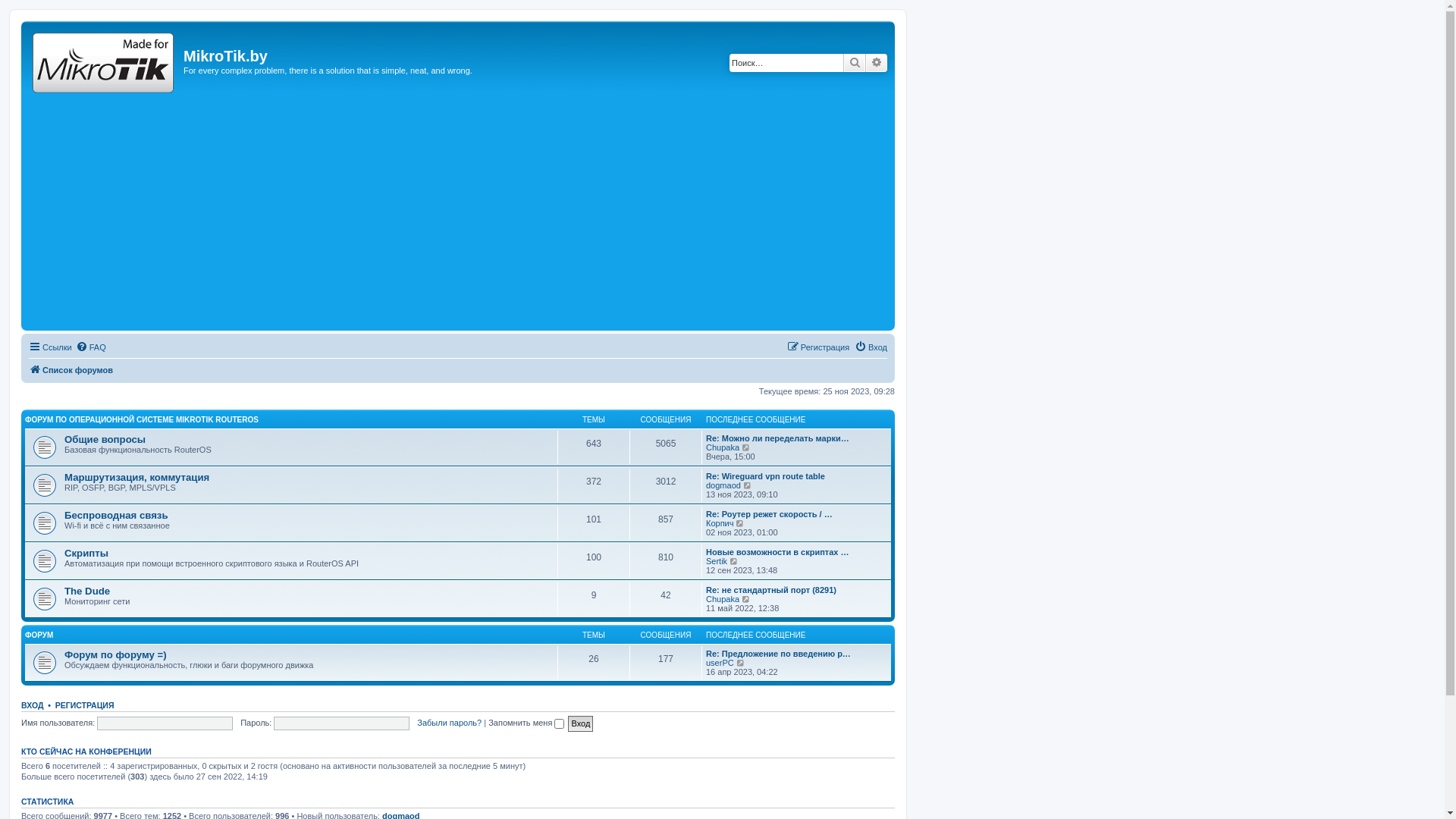 This screenshot has width=1456, height=819. Describe the element at coordinates (765, 475) in the screenshot. I see `'Re: Wireguard vpn route table'` at that location.